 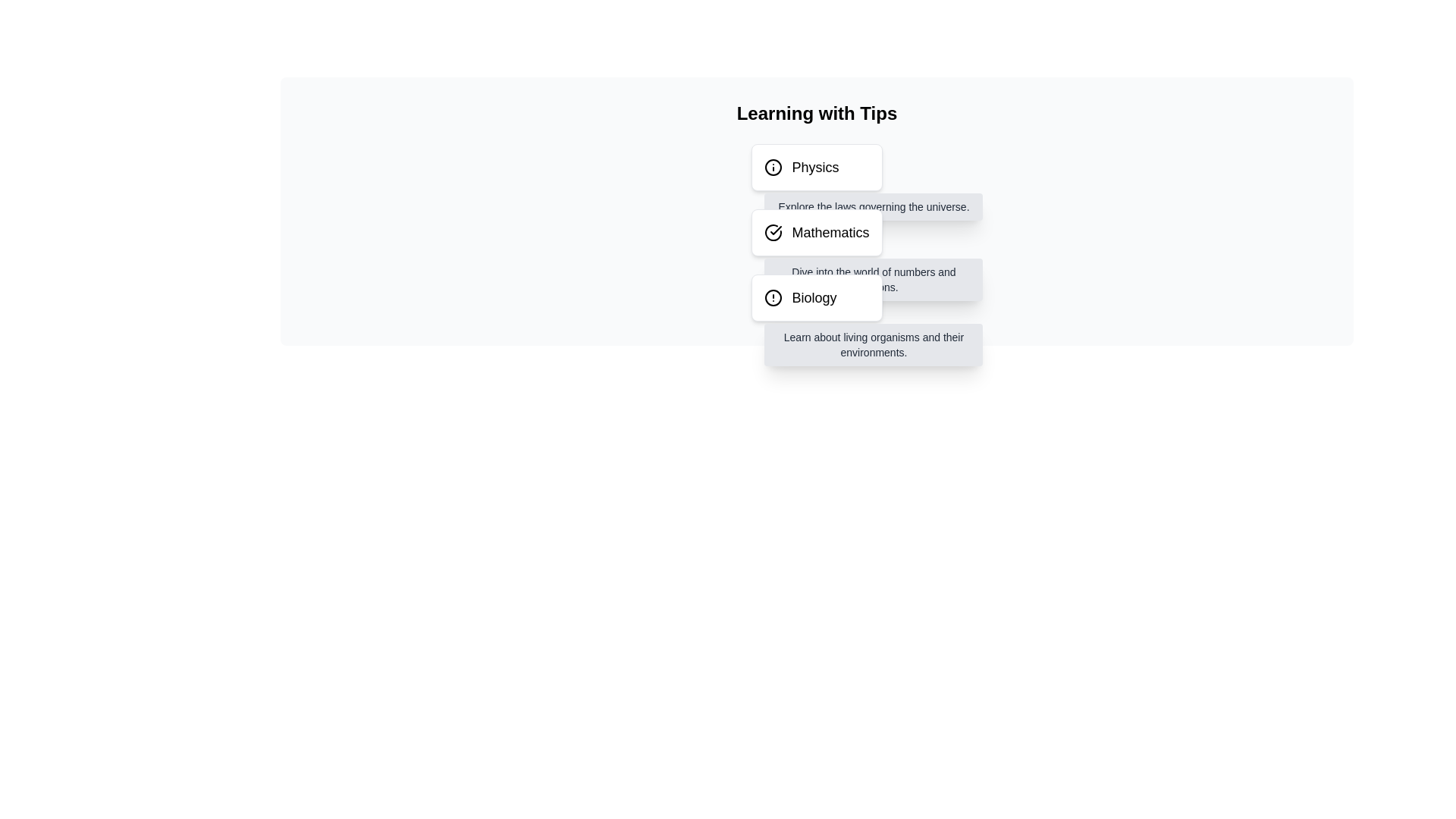 What do you see at coordinates (830, 233) in the screenshot?
I see `the text label displaying 'Mathematics', which is styled in bold and medium font and is the second item in a vertical list adjacent to a checkmark icon` at bounding box center [830, 233].